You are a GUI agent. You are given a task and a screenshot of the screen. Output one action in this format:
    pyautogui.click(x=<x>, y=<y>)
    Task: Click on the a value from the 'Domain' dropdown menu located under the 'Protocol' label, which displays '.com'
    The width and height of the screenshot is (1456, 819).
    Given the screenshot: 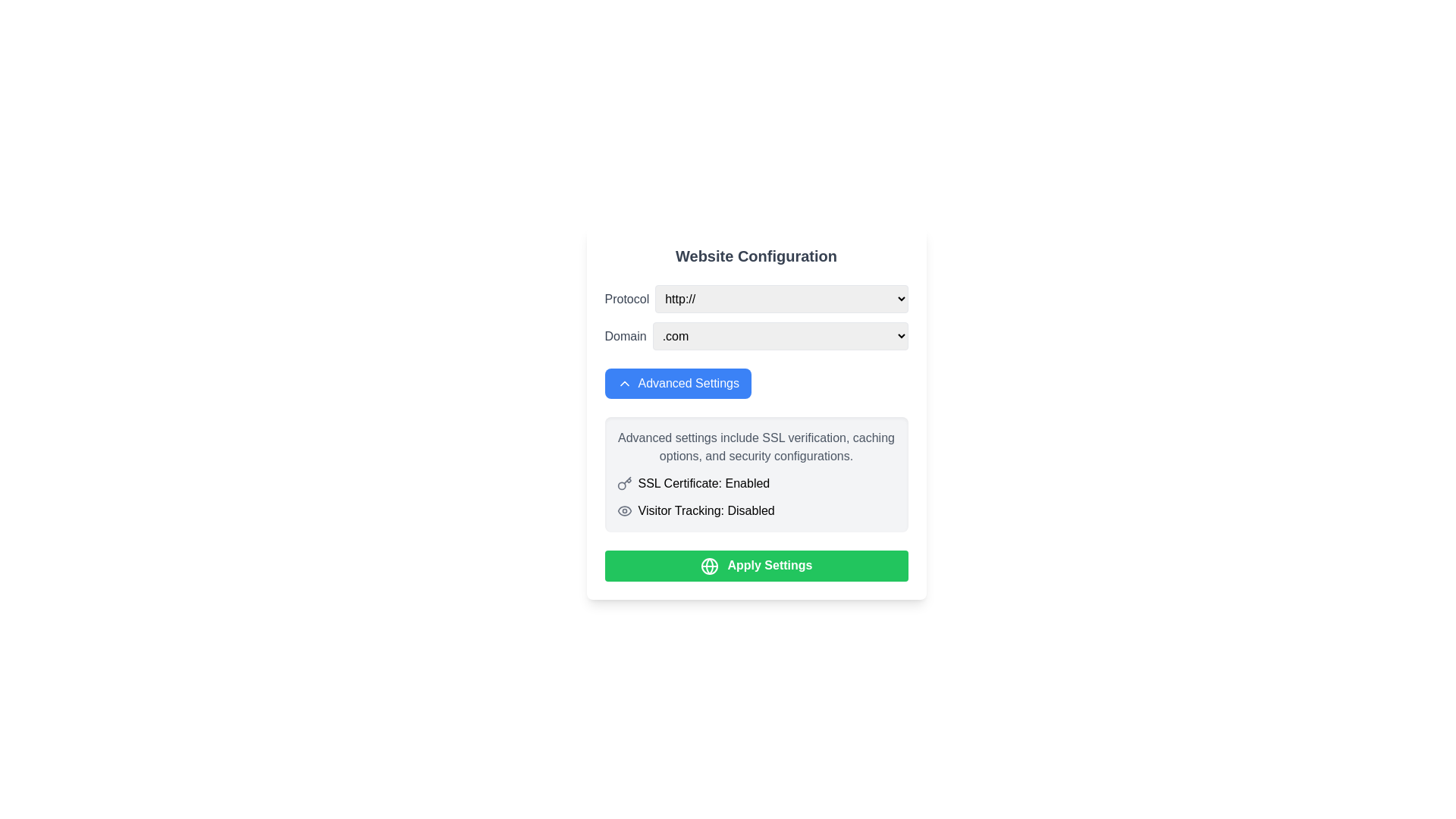 What is the action you would take?
    pyautogui.click(x=756, y=335)
    